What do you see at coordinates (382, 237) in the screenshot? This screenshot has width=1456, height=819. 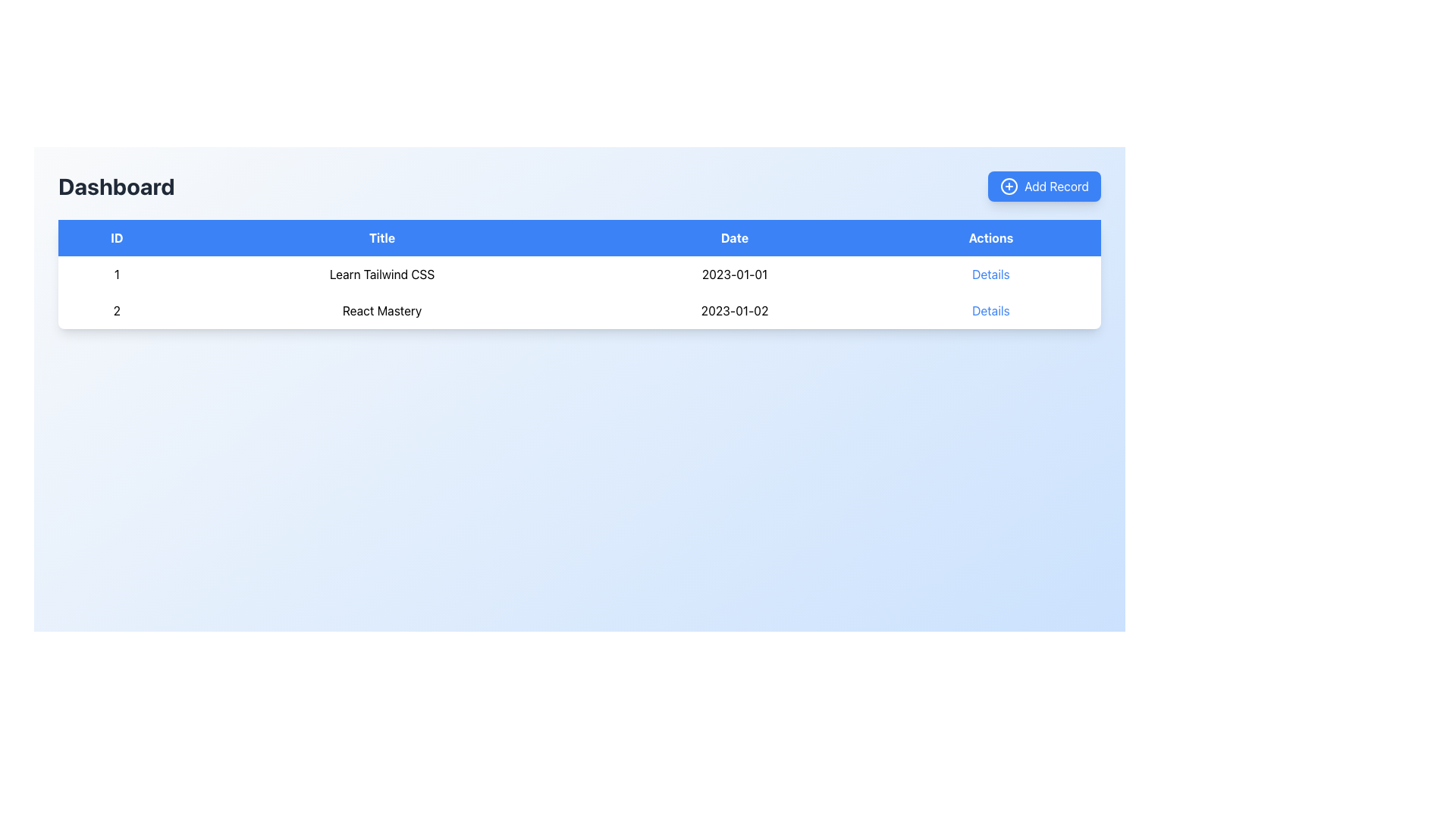 I see `the bold blue Header Cell labeled 'Title' that is part of the top row in the data table, situated between 'ID' and 'Date'` at bounding box center [382, 237].